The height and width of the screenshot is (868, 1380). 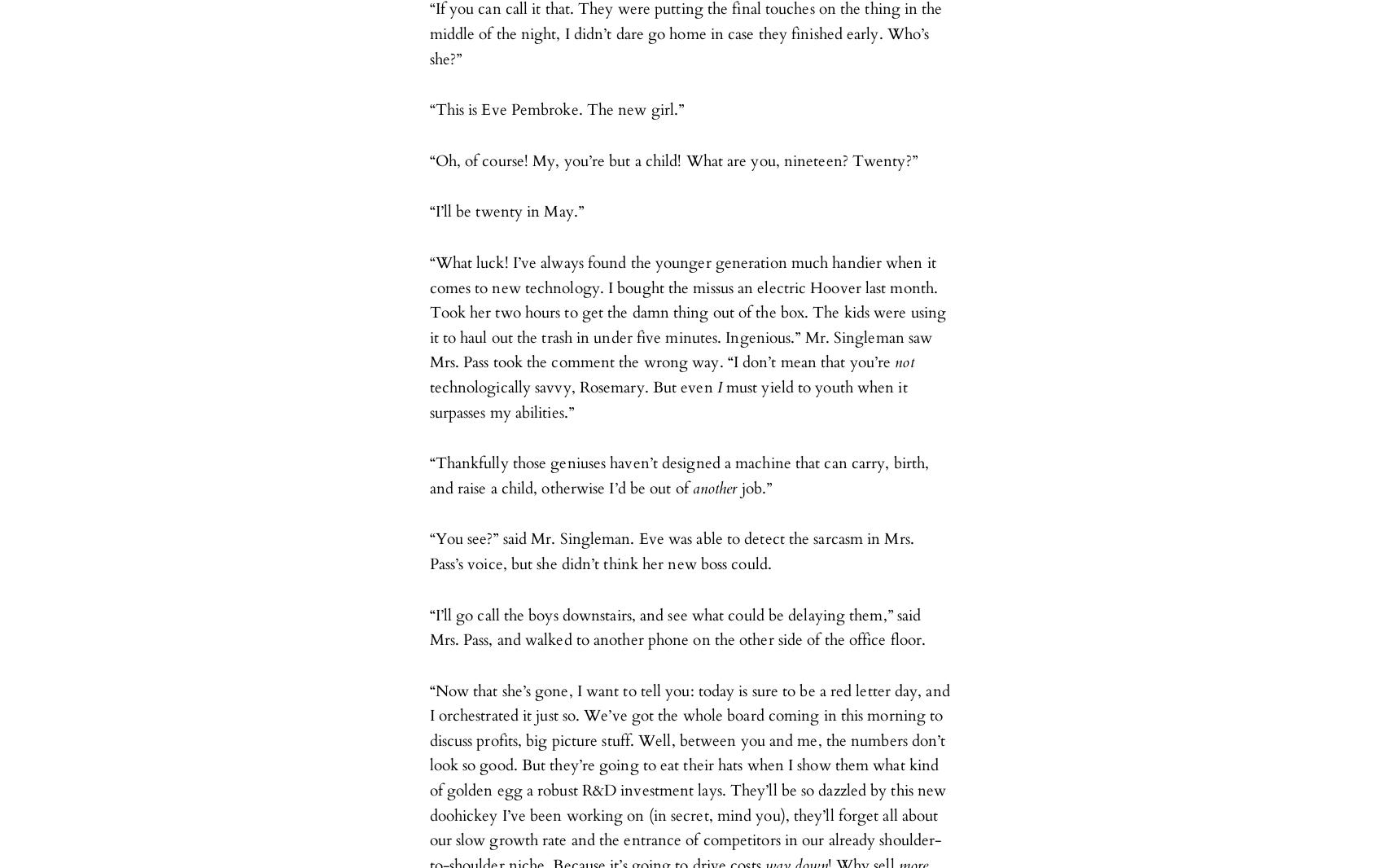 I want to click on '“This is Eve Pembroke. The new girl.”', so click(x=556, y=109).